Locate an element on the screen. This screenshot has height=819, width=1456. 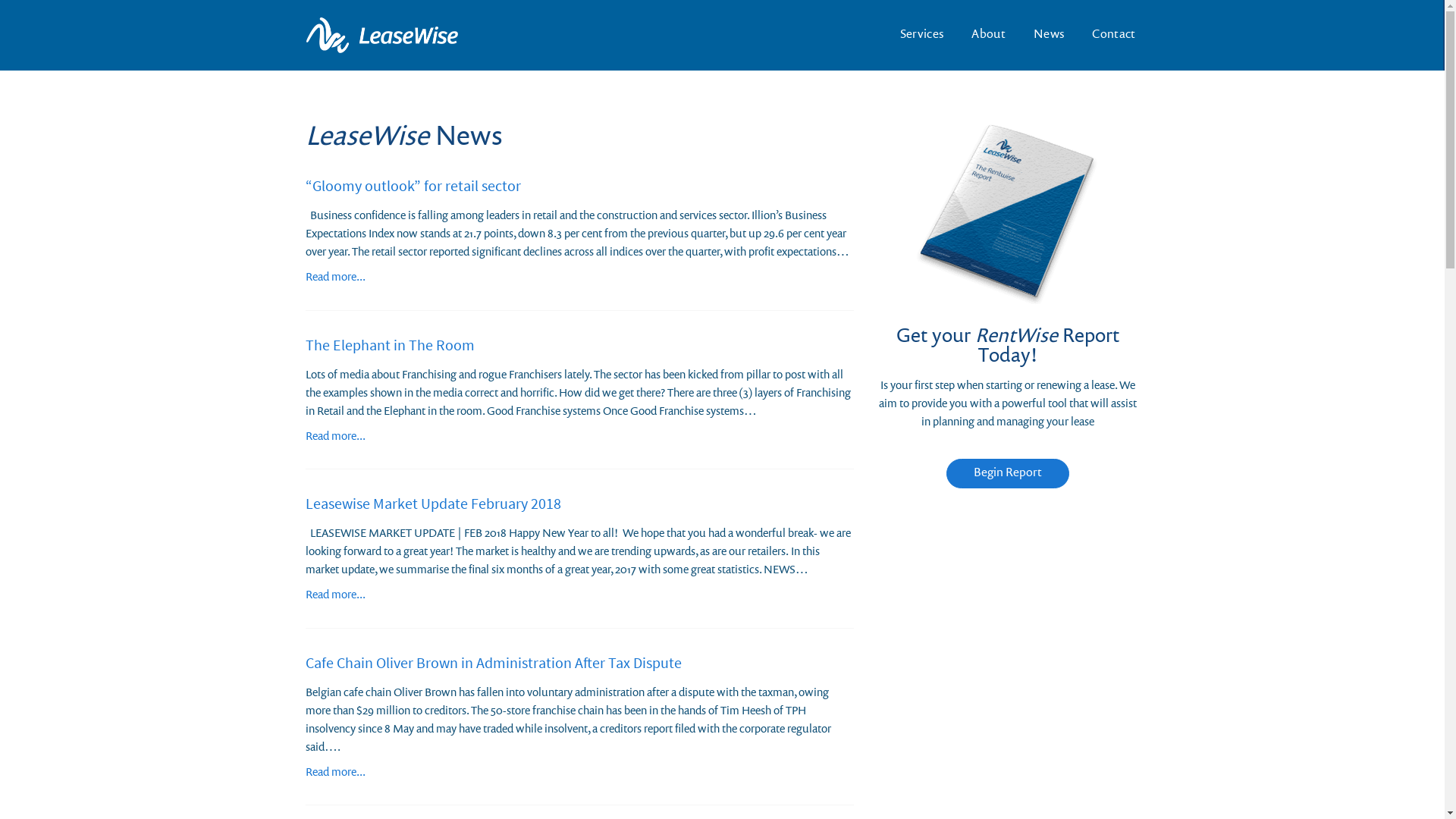
'News' is located at coordinates (1047, 34).